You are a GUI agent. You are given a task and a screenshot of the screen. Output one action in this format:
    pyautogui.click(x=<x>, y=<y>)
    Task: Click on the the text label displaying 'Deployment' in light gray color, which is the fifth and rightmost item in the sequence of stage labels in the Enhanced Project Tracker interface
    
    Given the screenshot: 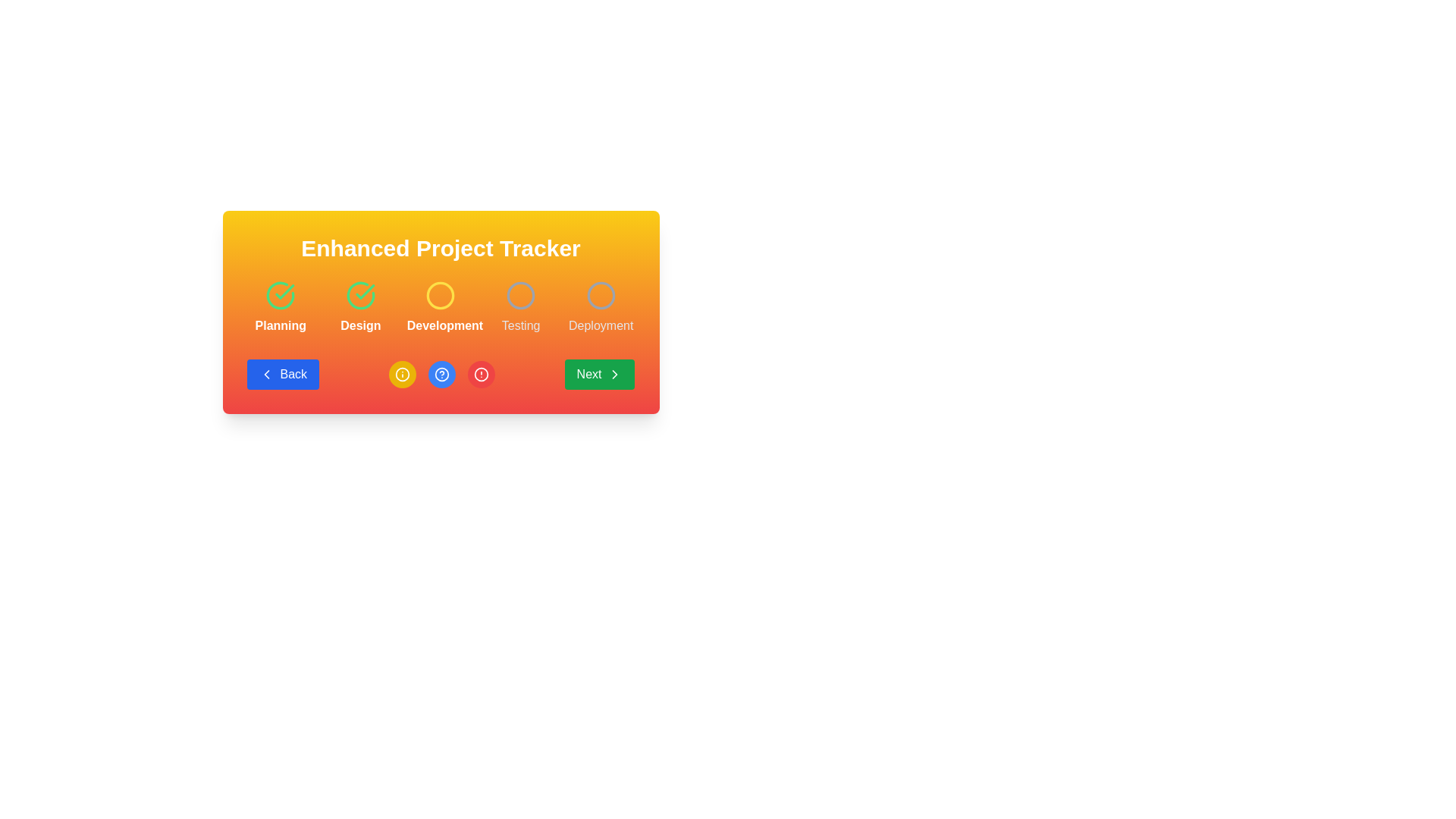 What is the action you would take?
    pyautogui.click(x=600, y=325)
    